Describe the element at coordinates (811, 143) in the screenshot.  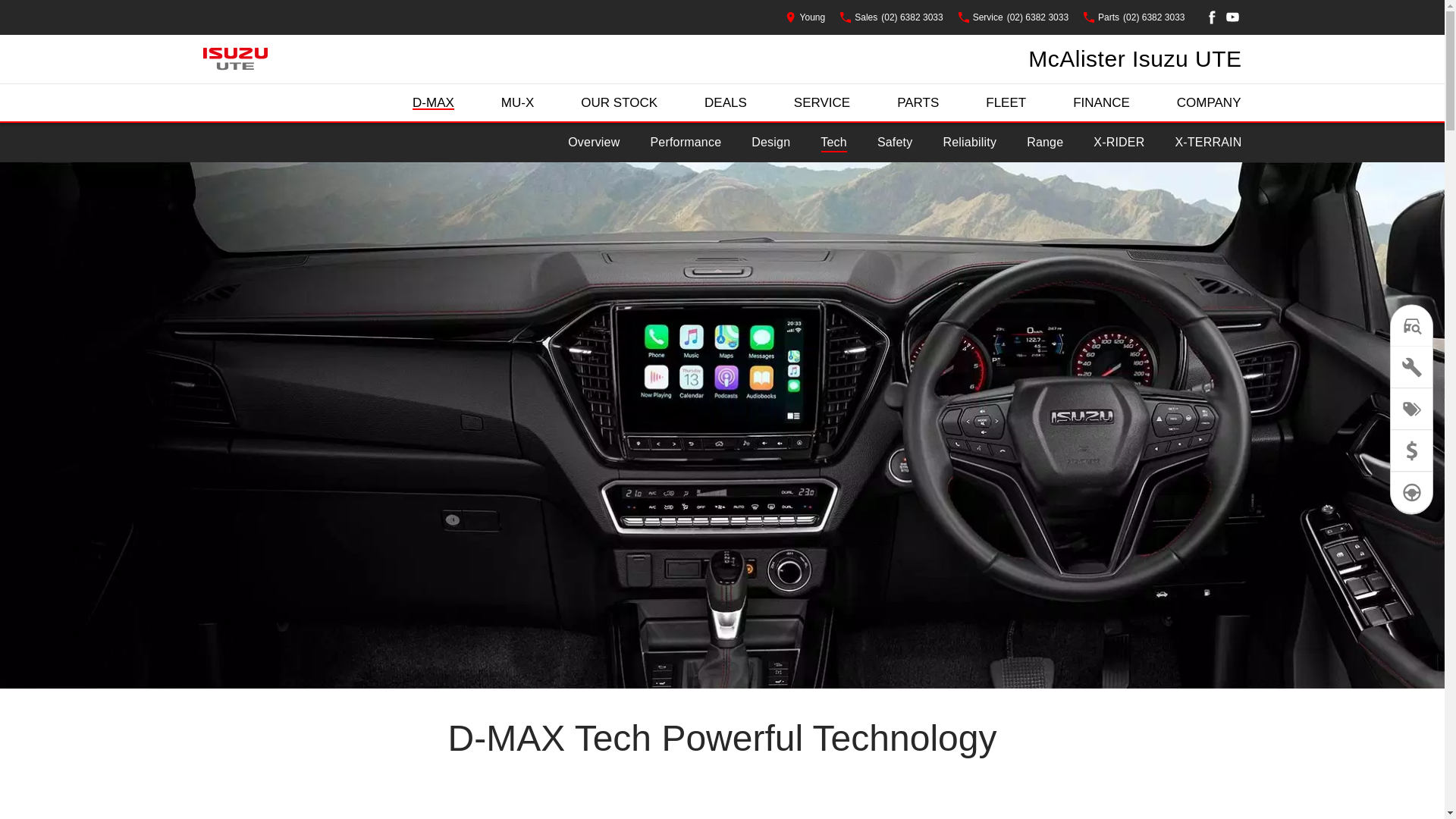
I see `'Tech'` at that location.